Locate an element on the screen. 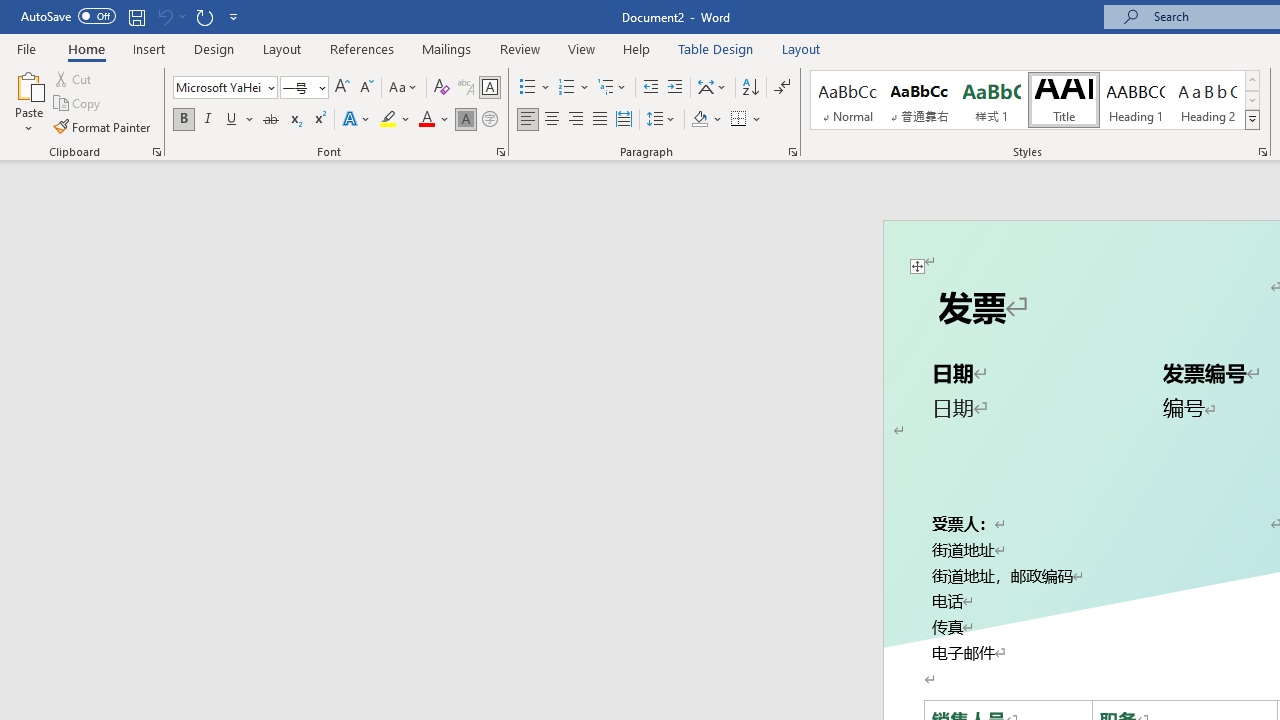 This screenshot has width=1280, height=720. 'Underline' is located at coordinates (240, 119).